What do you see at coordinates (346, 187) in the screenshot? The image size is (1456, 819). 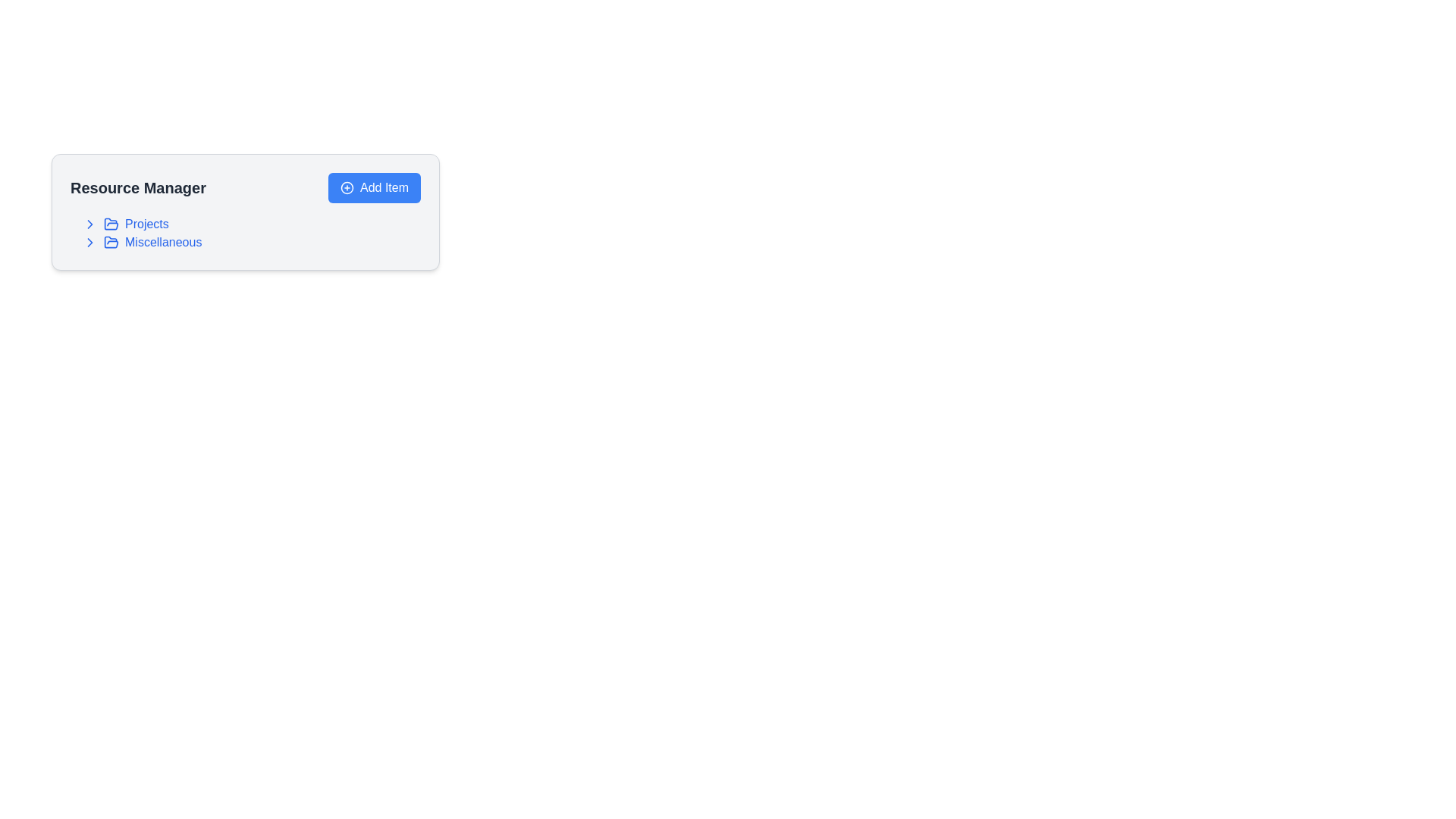 I see `SVG circle element that represents the outer border of the plus-circle icon in the 'Add Item' button located in the top-right section of the 'Resource Manager' card using developer tools` at bounding box center [346, 187].